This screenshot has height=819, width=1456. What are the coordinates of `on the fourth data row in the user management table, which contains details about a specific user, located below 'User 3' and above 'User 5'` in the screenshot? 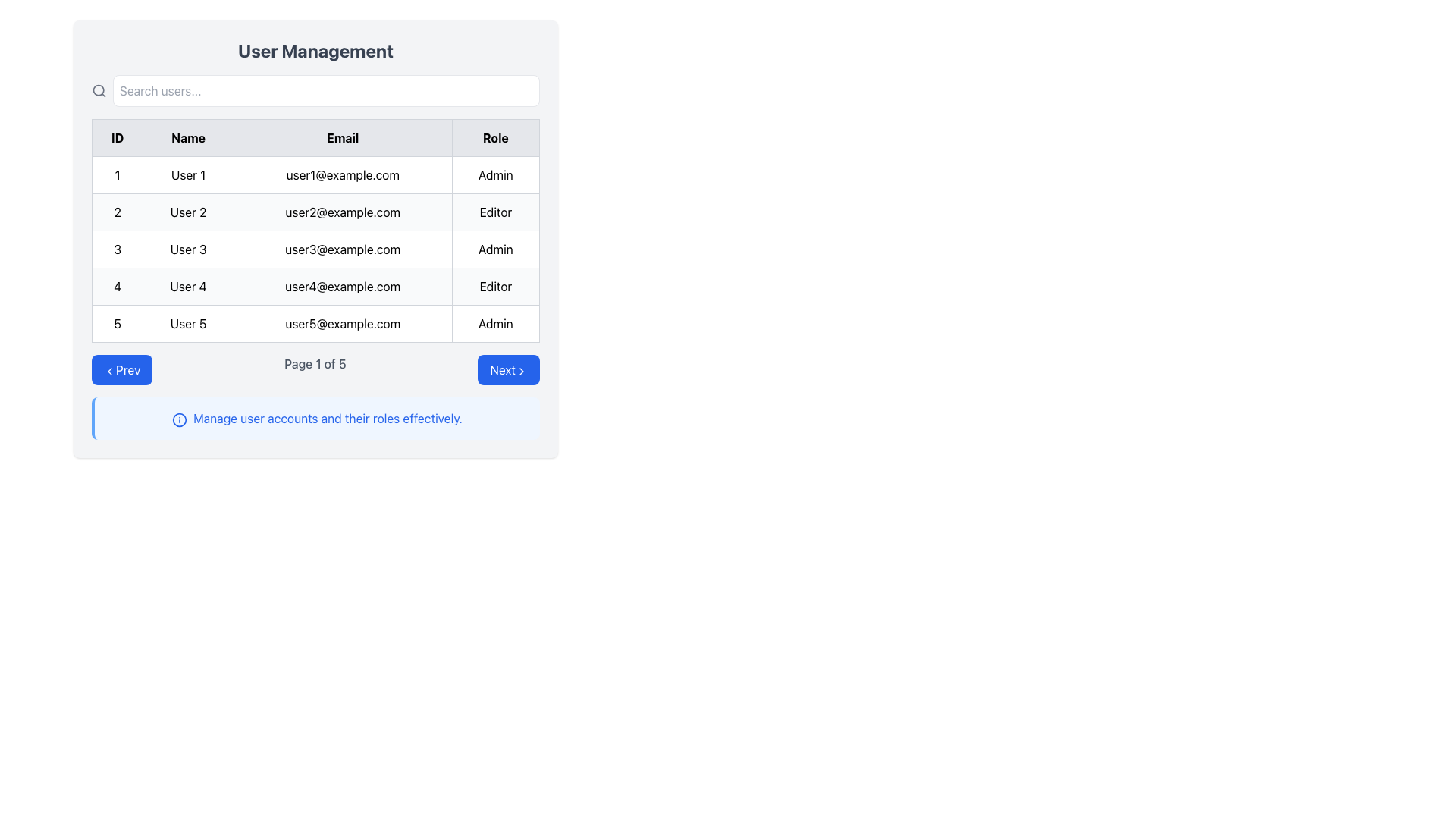 It's located at (315, 287).